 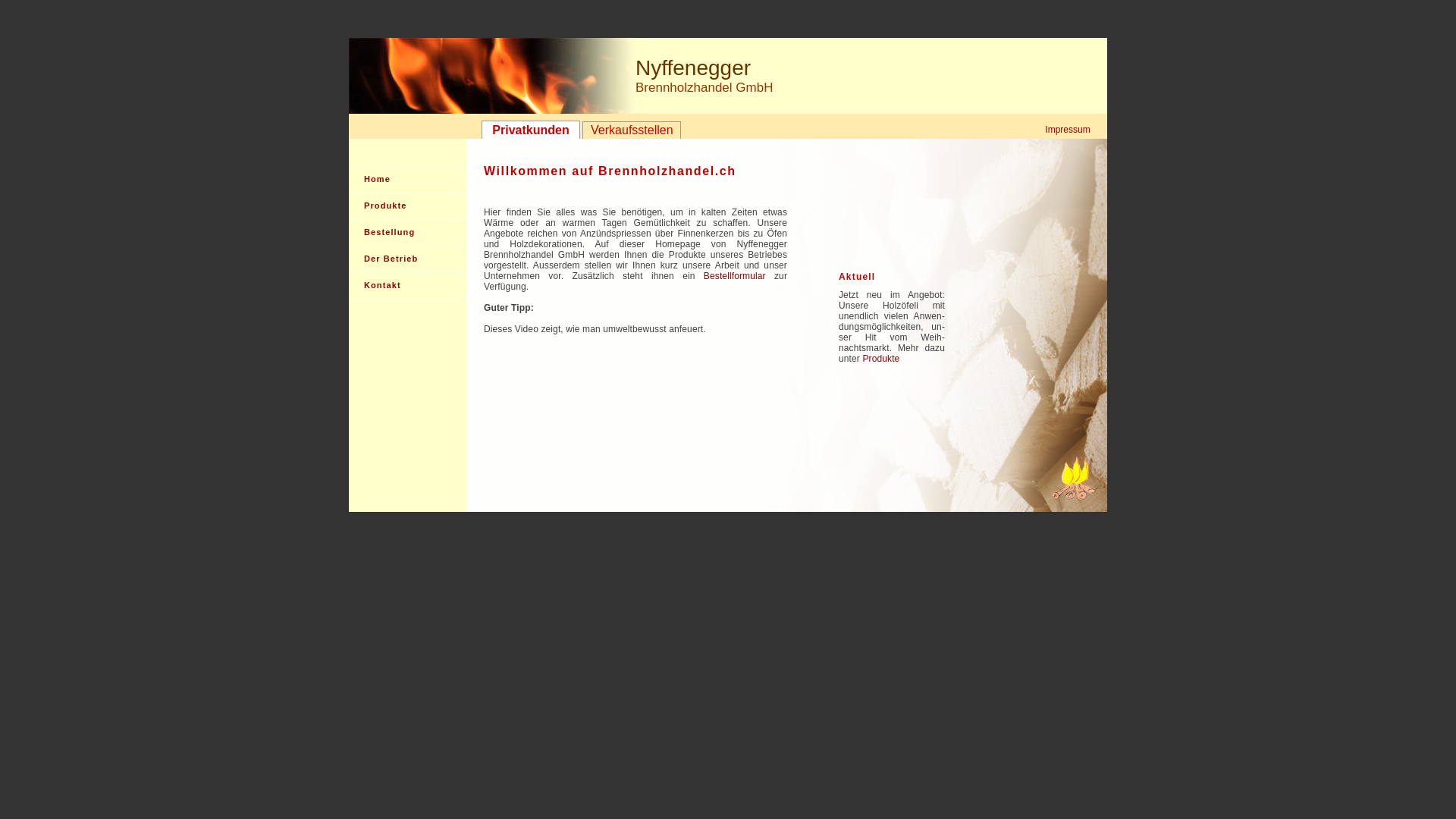 I want to click on 'Kontakt', so click(x=407, y=286).